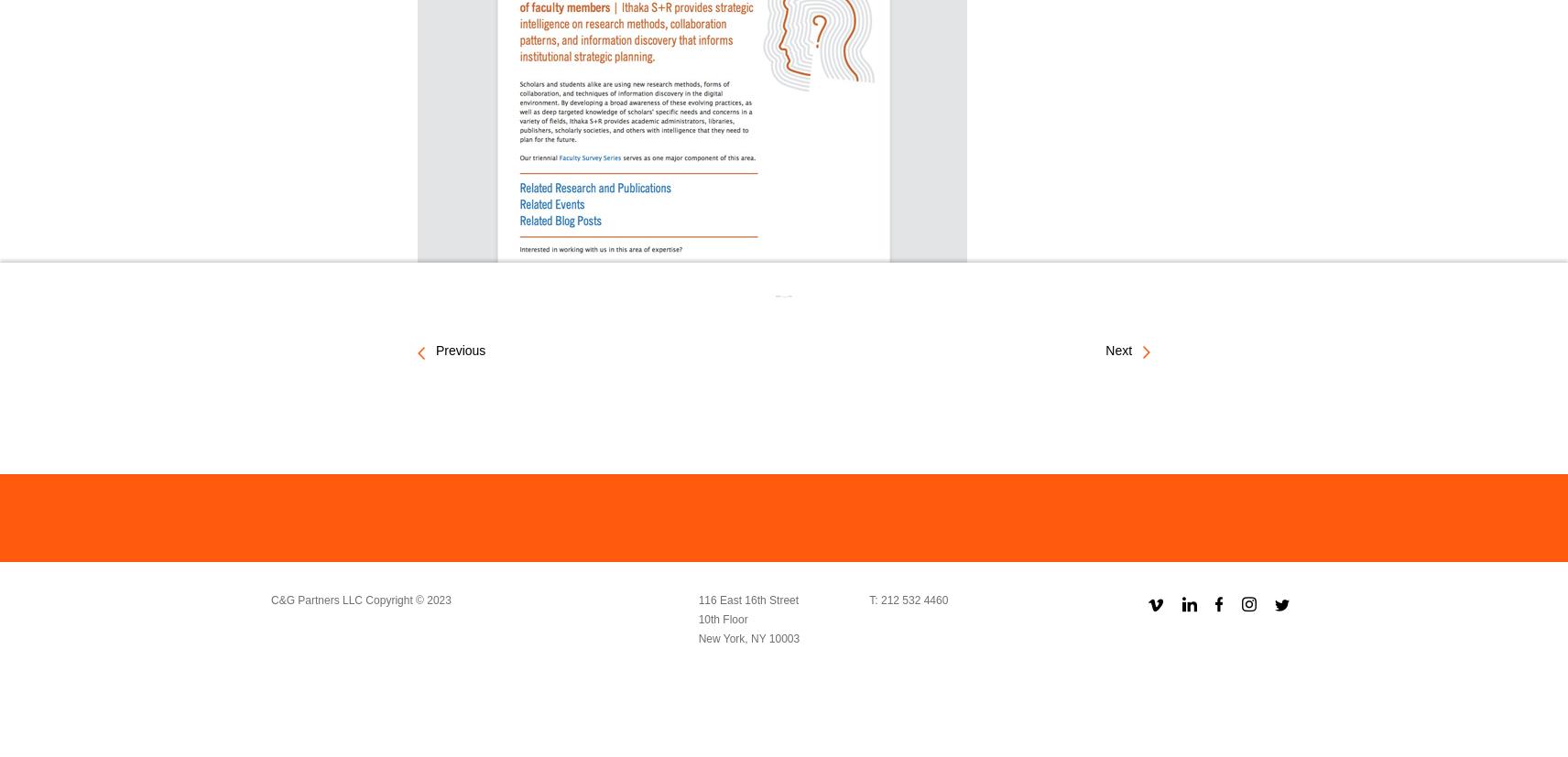 The image size is (1568, 757). Describe the element at coordinates (360, 600) in the screenshot. I see `'C&G Partners LLC Copyright © 2023'` at that location.